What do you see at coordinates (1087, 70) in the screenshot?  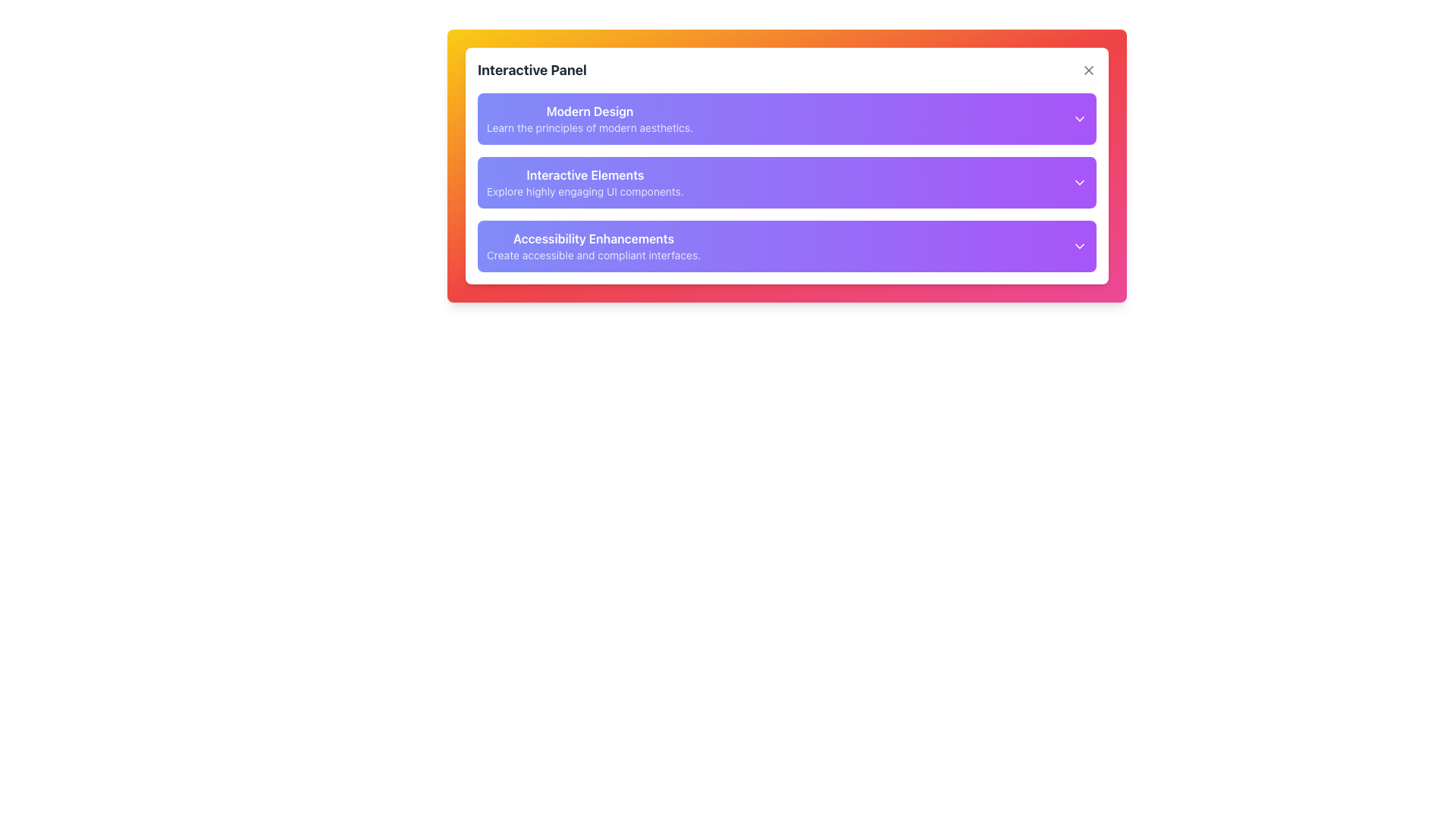 I see `the close button located in the top-right corner of the 'Interactive Panel' header to change its color` at bounding box center [1087, 70].